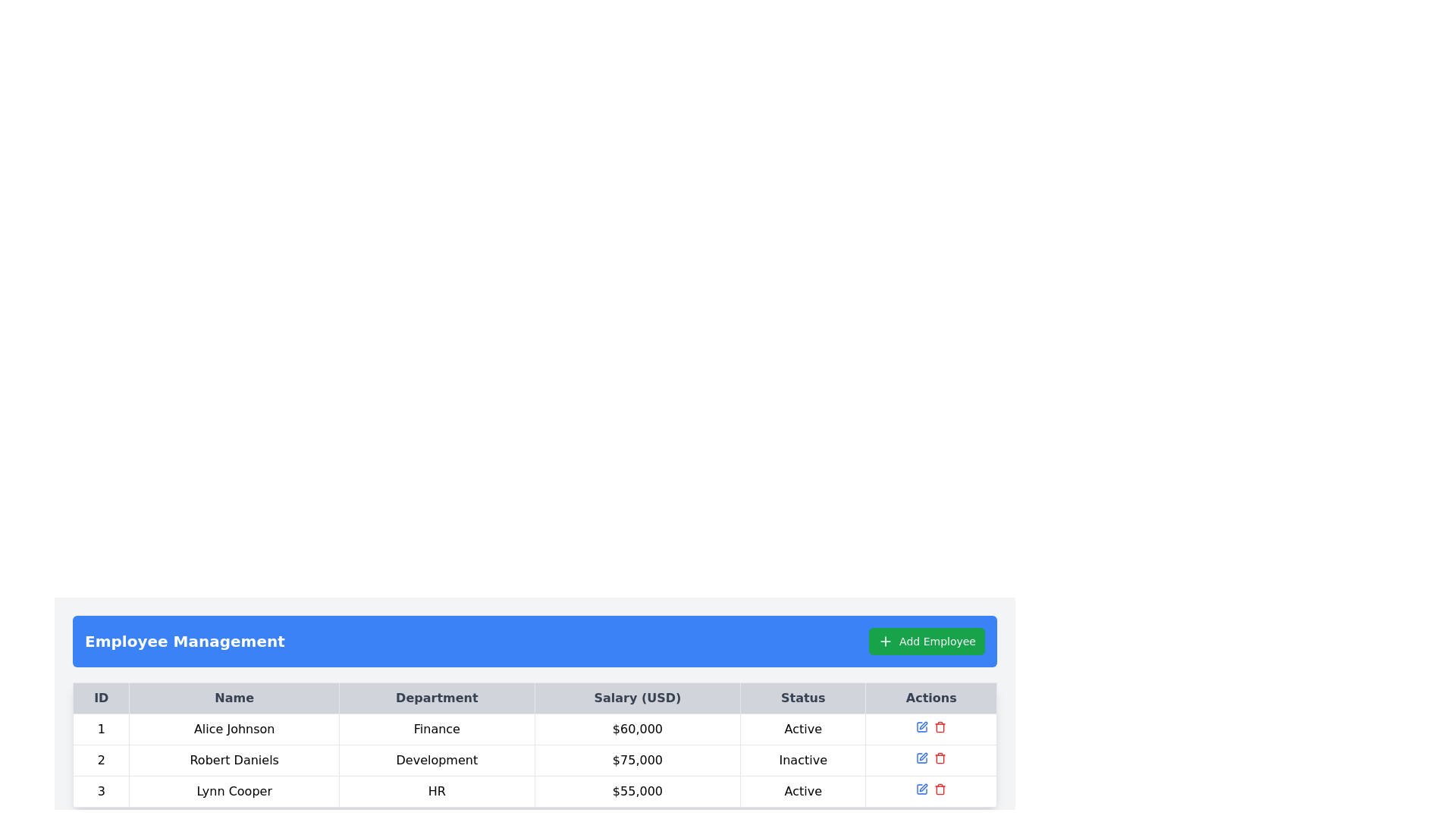 The width and height of the screenshot is (1456, 819). I want to click on the text display in the first row and first column of the table that represents the entry ID for Alice Johnson, so click(100, 728).